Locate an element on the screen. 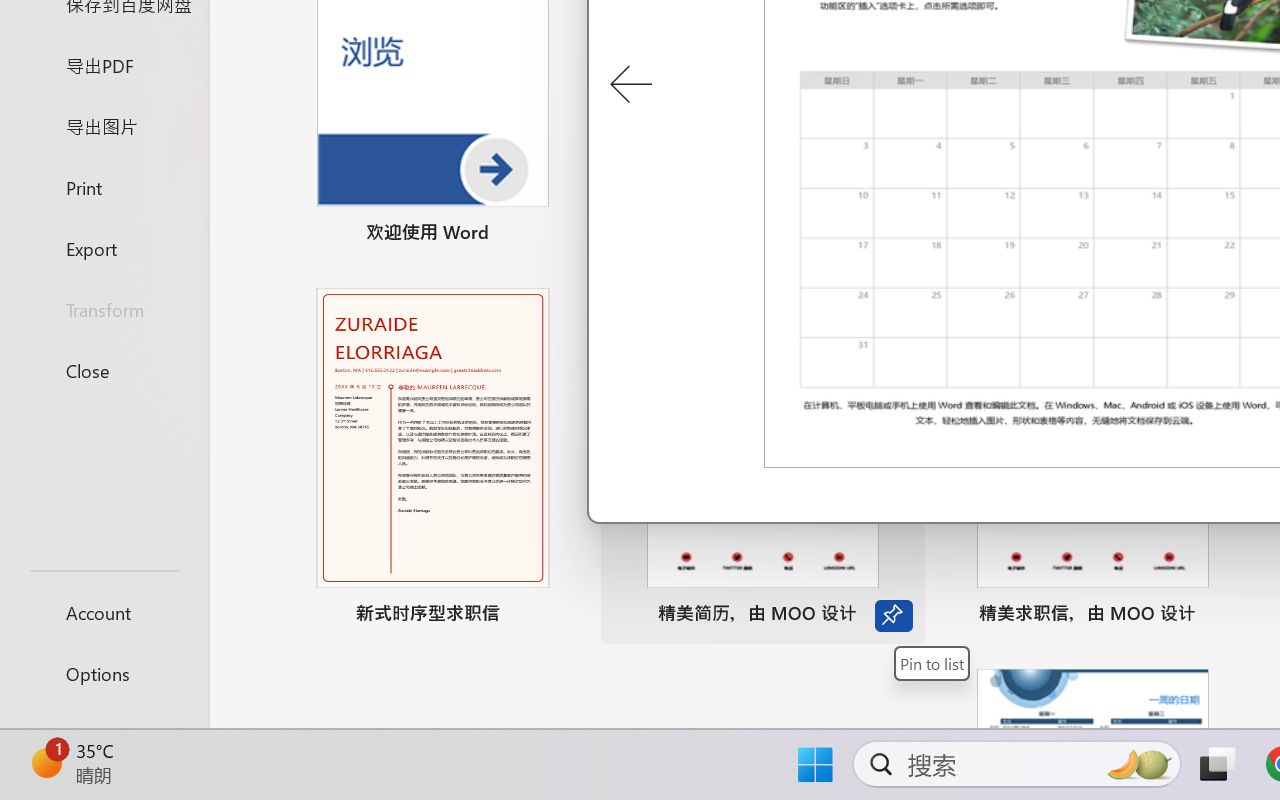 This screenshot has height=800, width=1280. 'Transform' is located at coordinates (103, 308).